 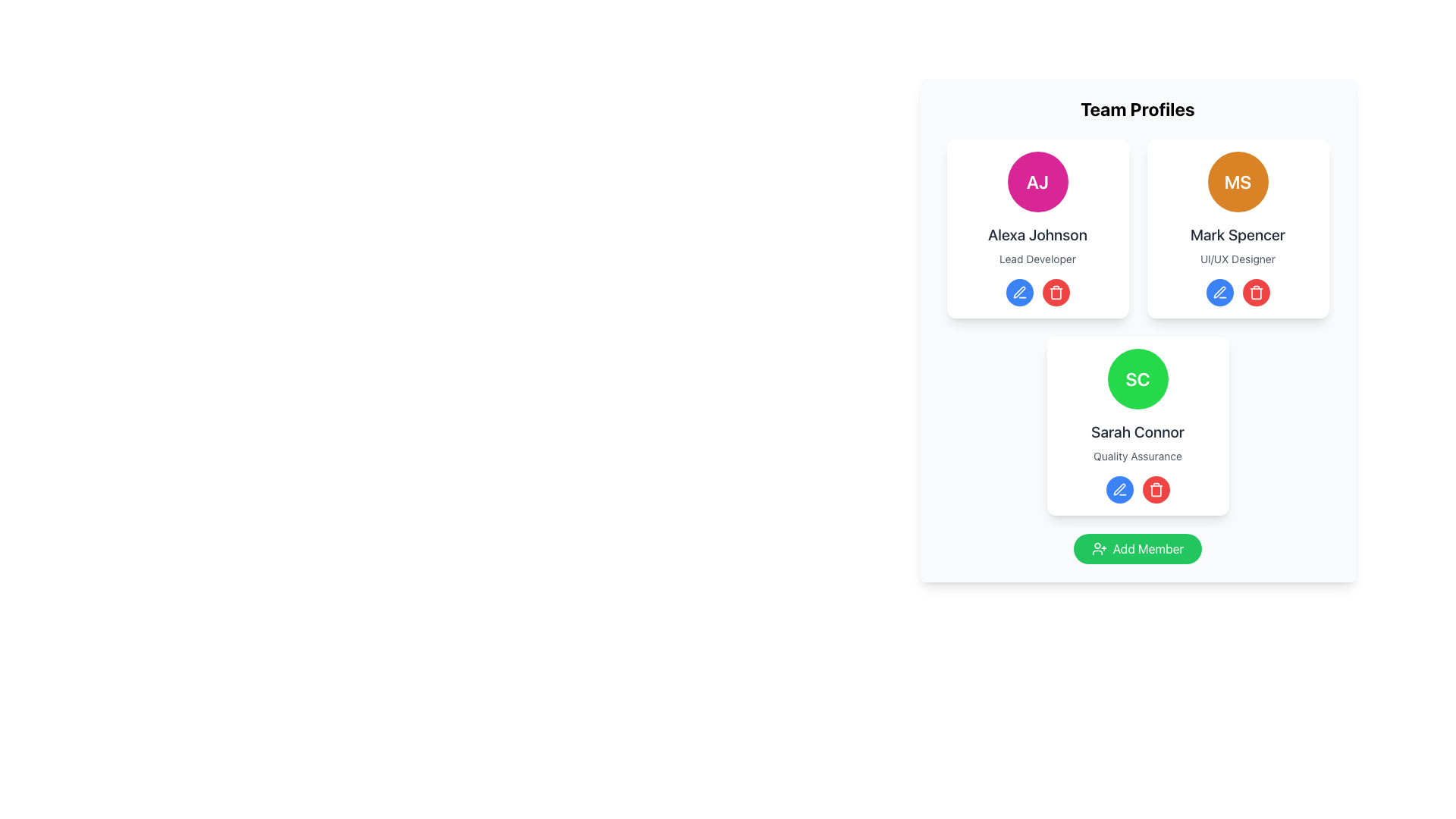 What do you see at coordinates (1119, 489) in the screenshot?
I see `the edit button for 'Sarah Connor' to change its background color` at bounding box center [1119, 489].